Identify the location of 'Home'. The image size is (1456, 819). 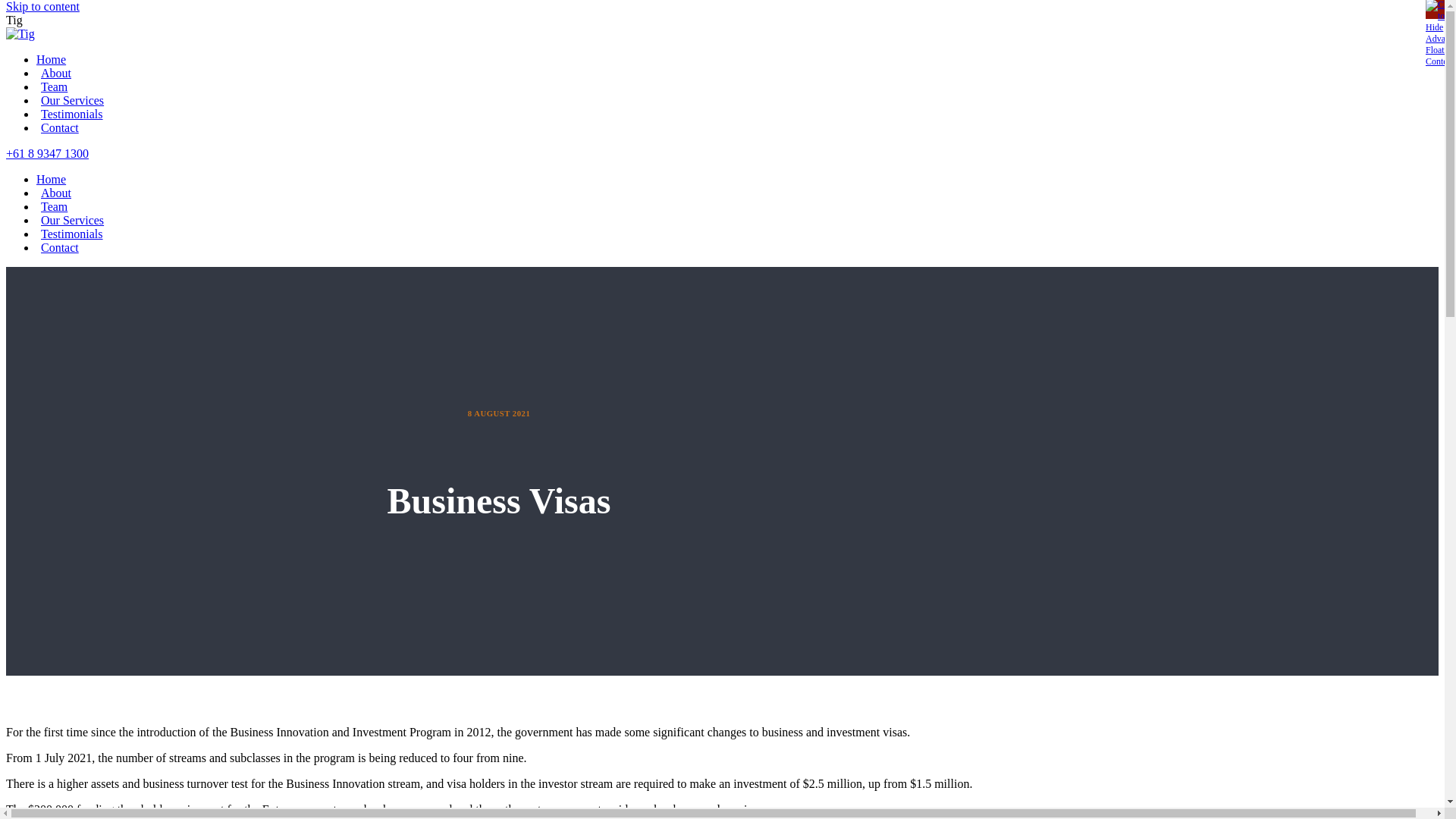
(51, 58).